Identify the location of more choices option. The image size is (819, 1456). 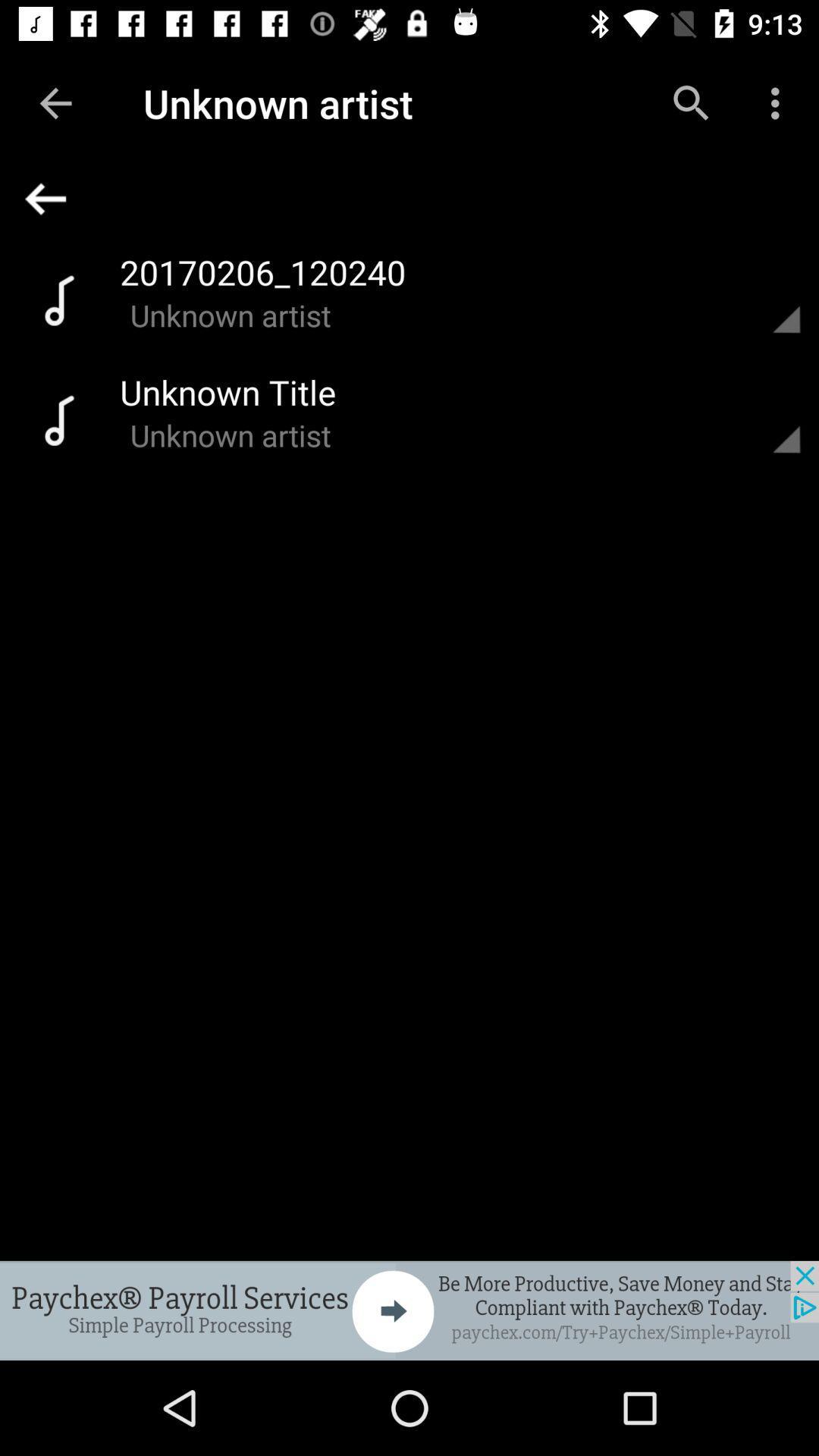
(768, 299).